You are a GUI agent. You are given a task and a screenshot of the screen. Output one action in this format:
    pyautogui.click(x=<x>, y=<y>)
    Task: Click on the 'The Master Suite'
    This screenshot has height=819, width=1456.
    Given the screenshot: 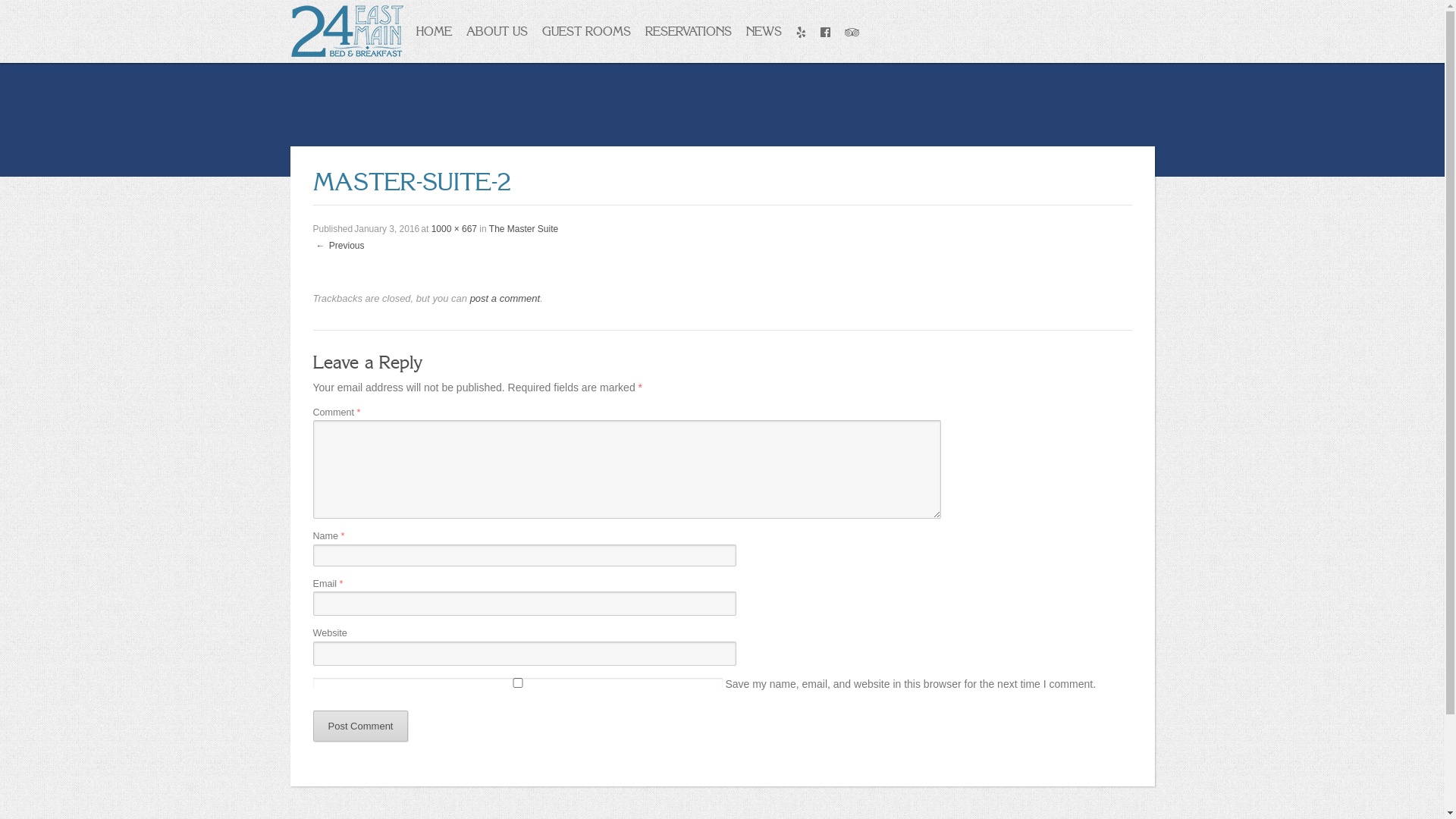 What is the action you would take?
    pyautogui.click(x=523, y=228)
    